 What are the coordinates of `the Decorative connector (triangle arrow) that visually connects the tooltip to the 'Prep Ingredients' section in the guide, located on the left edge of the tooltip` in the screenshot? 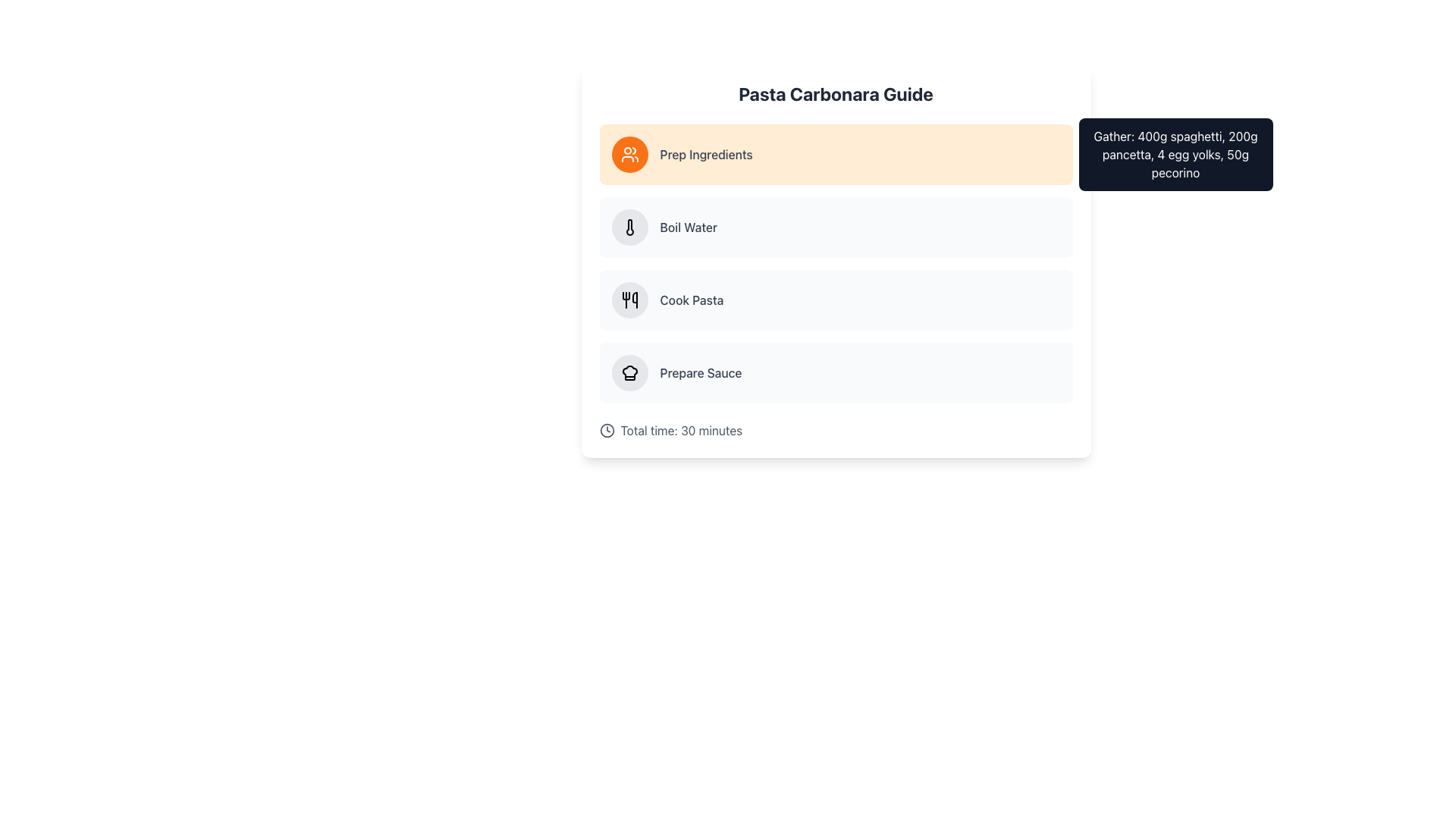 It's located at (1081, 155).